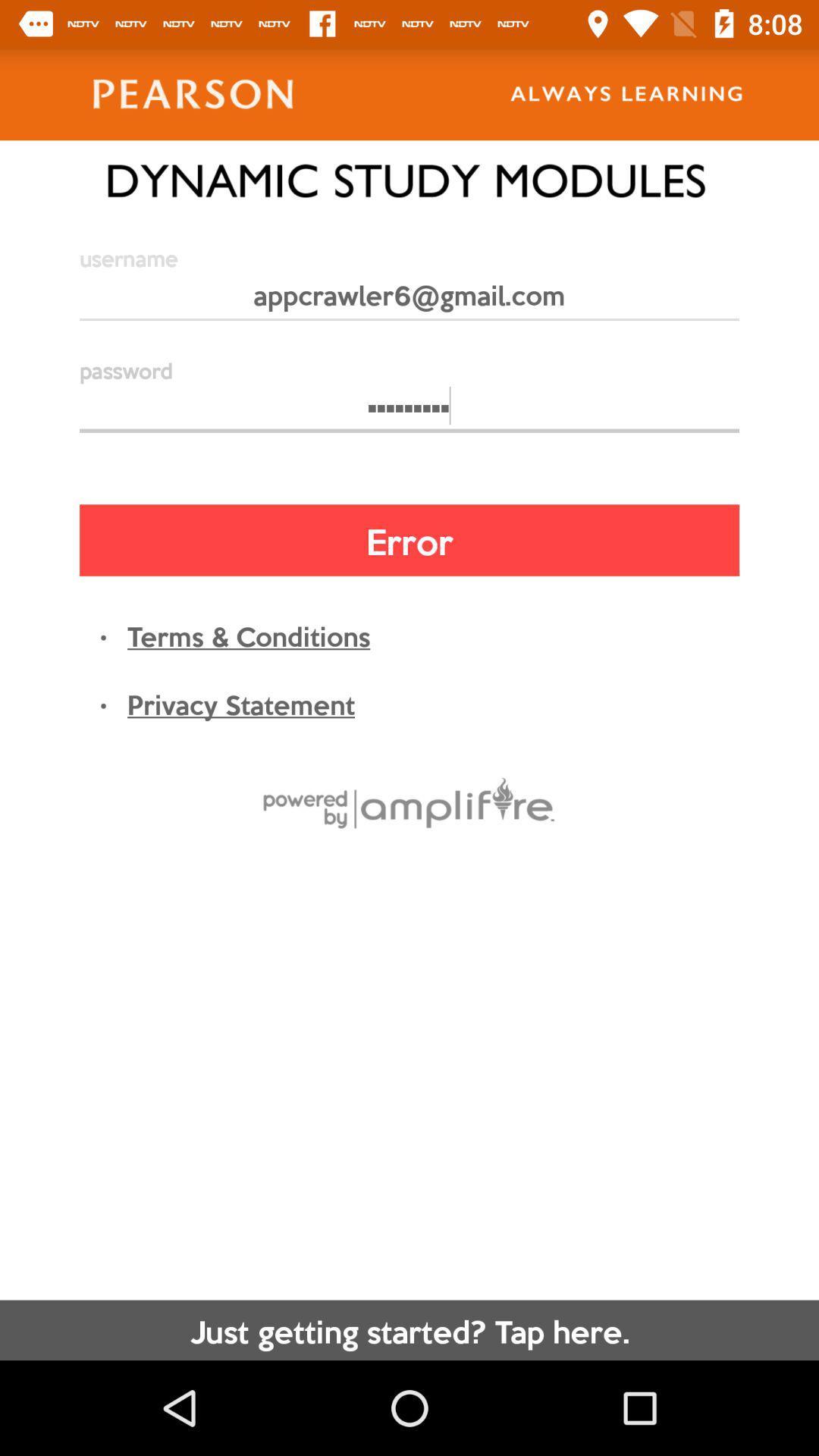 The width and height of the screenshot is (819, 1456). What do you see at coordinates (409, 1329) in the screenshot?
I see `the just getting started icon` at bounding box center [409, 1329].